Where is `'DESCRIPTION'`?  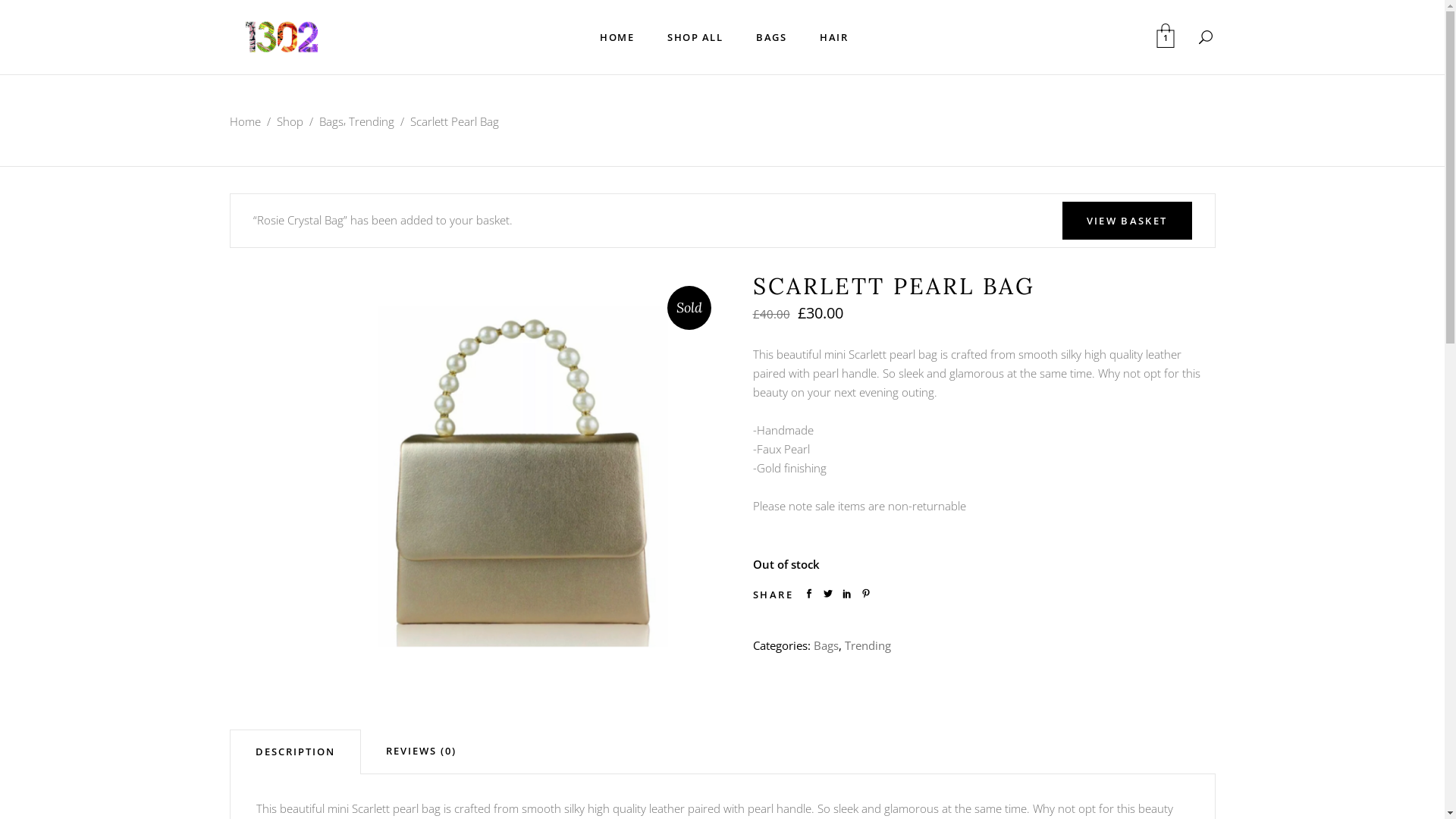 'DESCRIPTION' is located at coordinates (294, 752).